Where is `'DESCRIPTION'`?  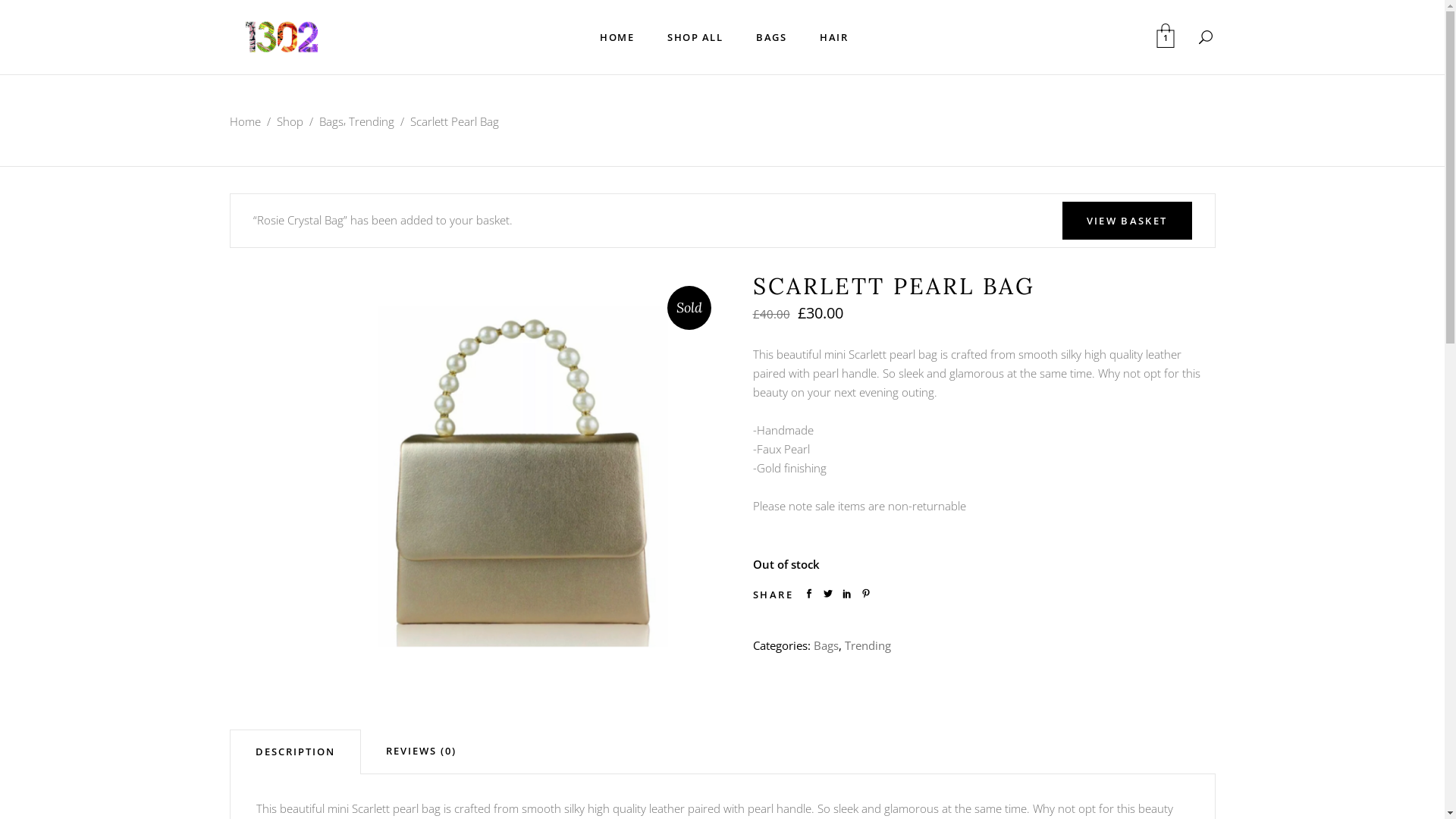 'DESCRIPTION' is located at coordinates (294, 752).